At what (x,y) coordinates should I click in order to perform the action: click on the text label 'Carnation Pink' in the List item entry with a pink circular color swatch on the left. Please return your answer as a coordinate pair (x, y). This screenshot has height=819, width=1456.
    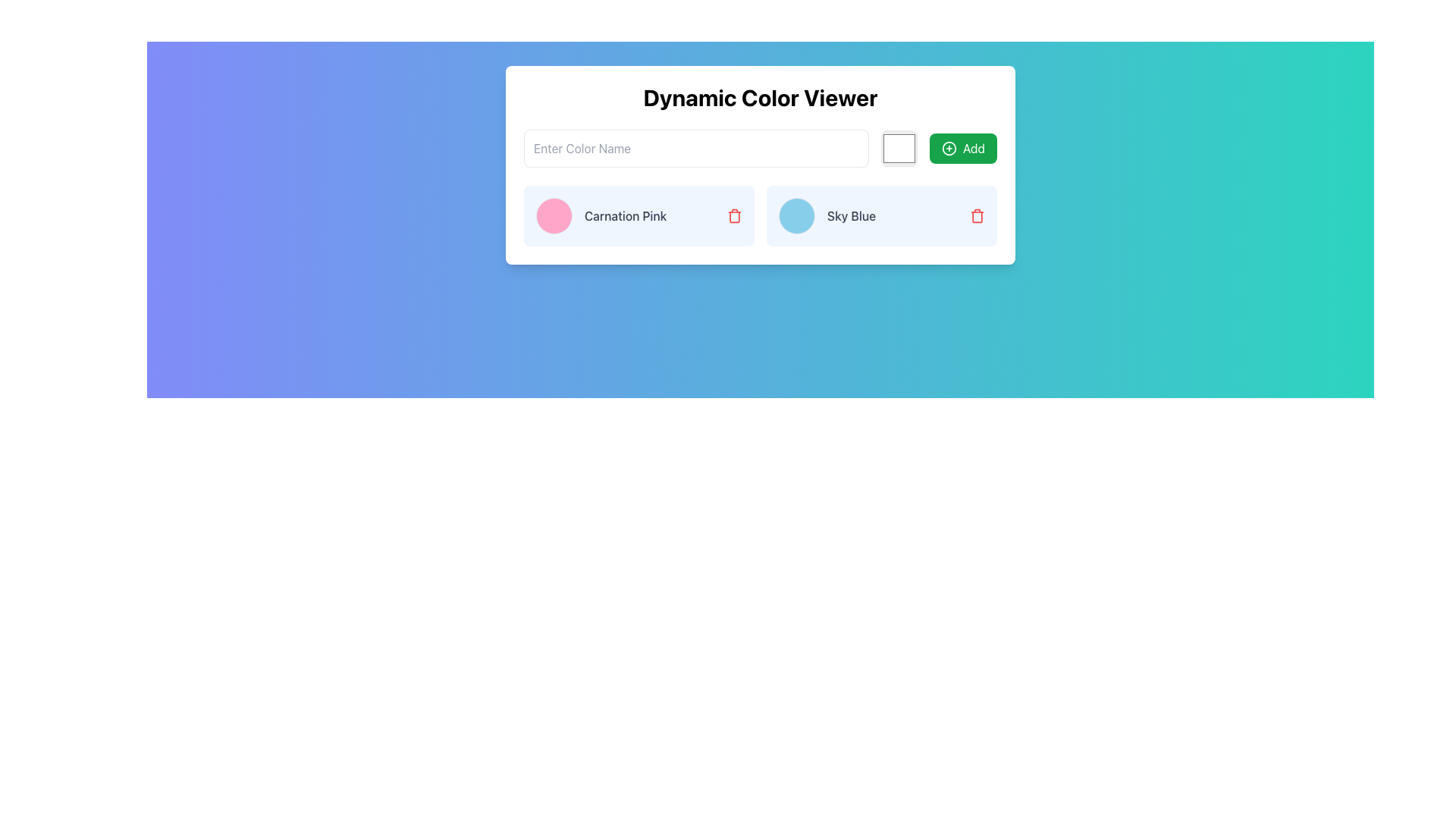
    Looking at the image, I should click on (601, 216).